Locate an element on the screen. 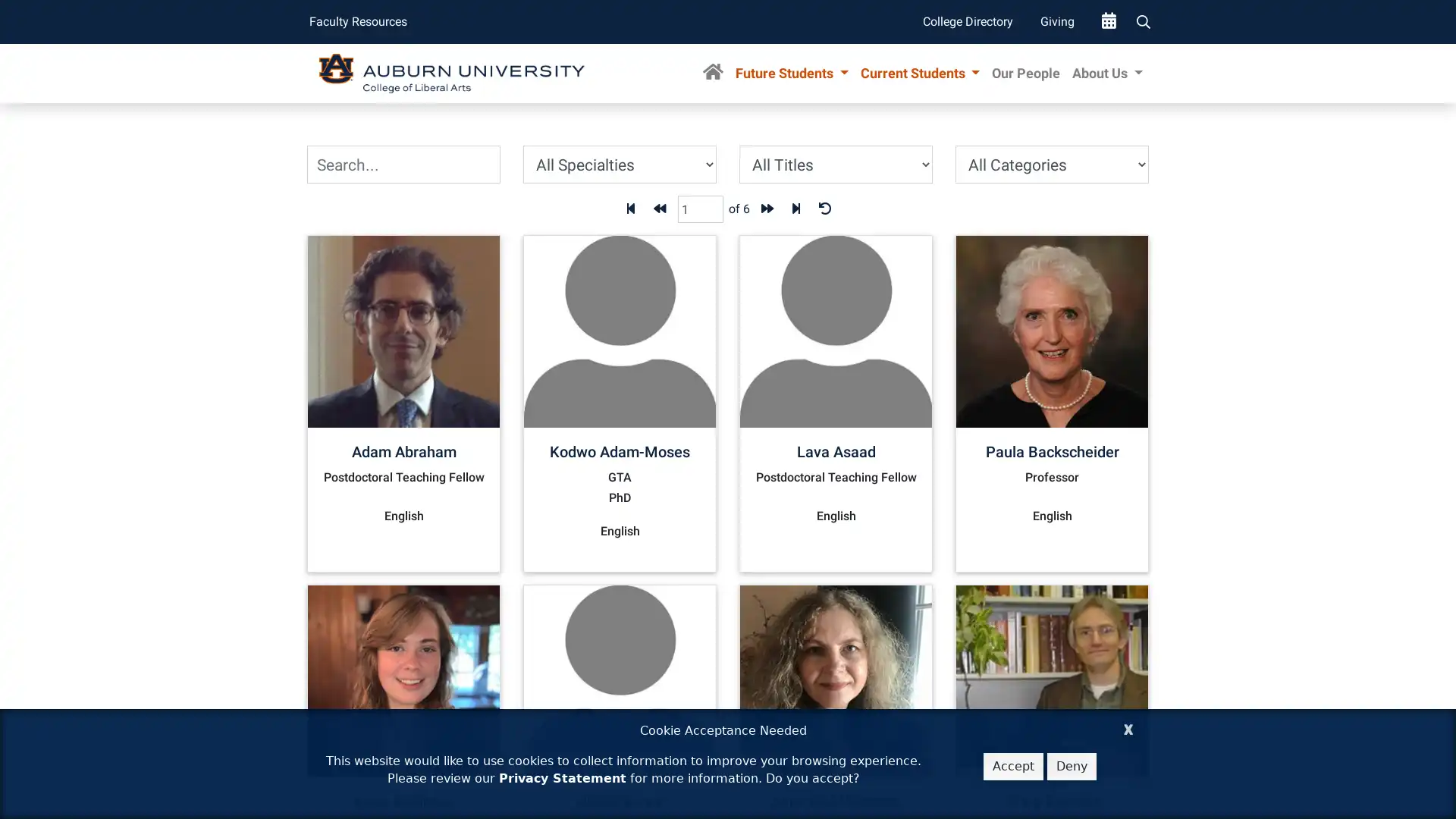 The height and width of the screenshot is (819, 1456). Back one page is located at coordinates (658, 209).